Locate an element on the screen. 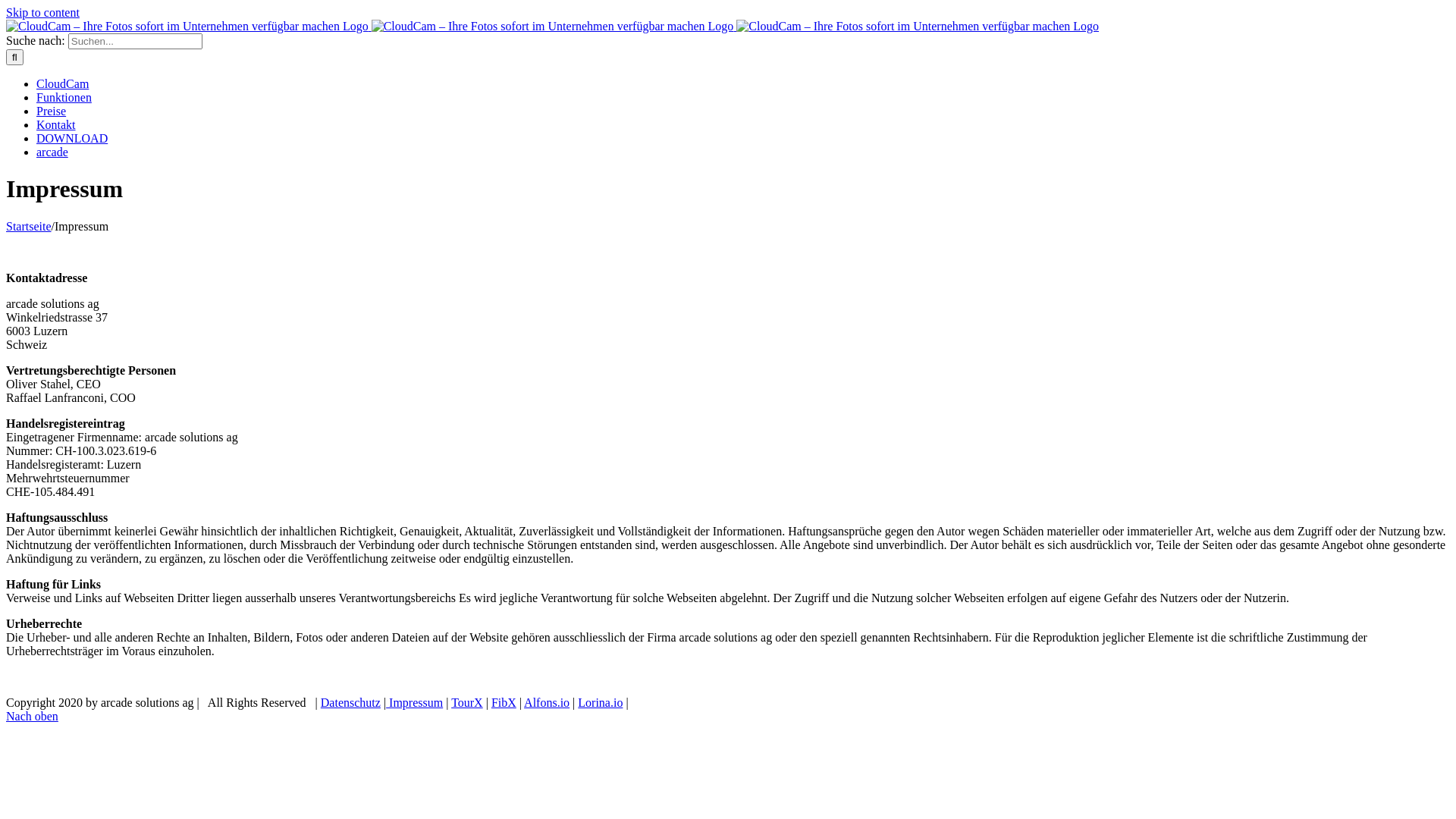 Image resolution: width=1456 pixels, height=819 pixels. 'Nach oben' is located at coordinates (32, 716).